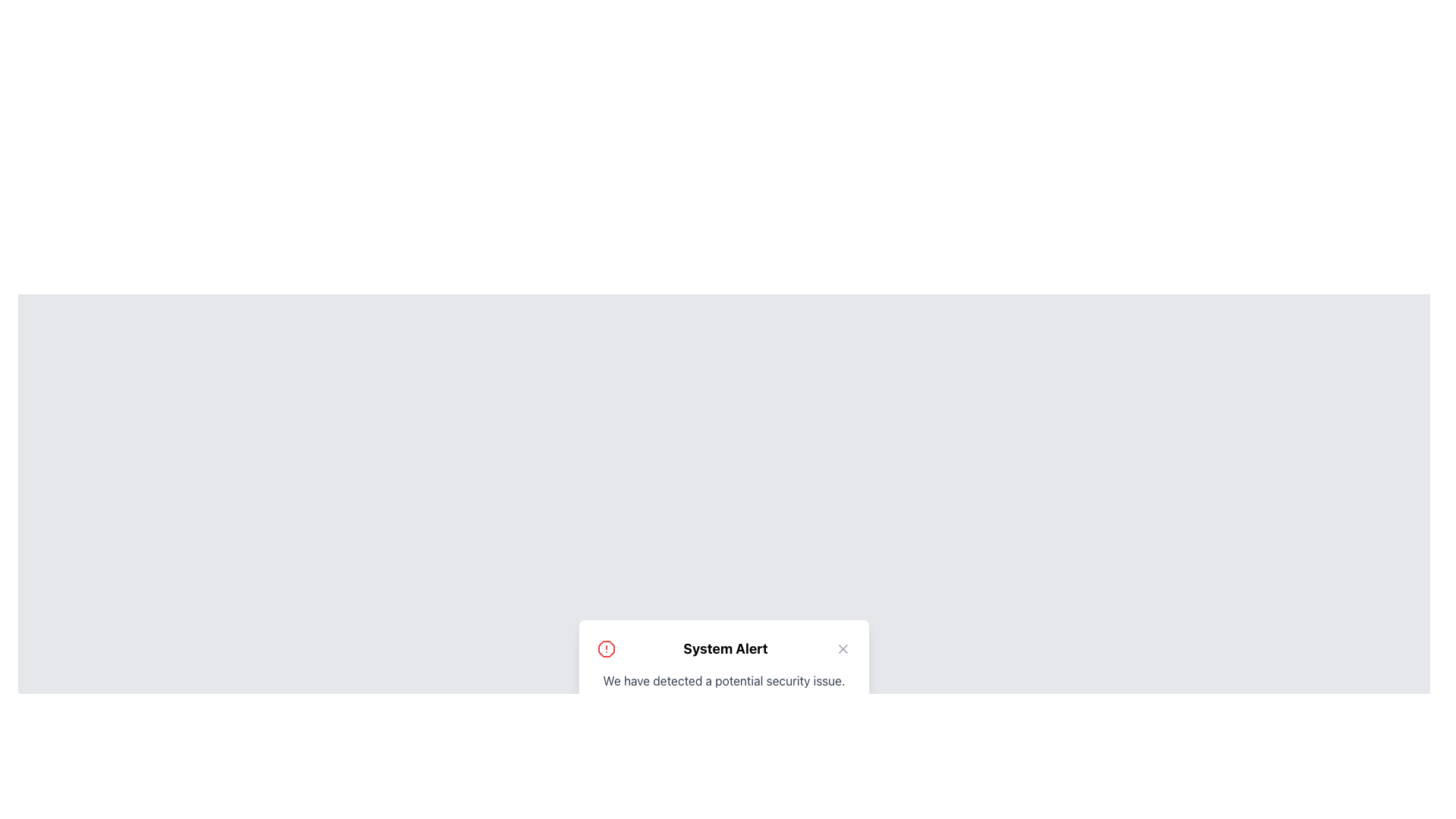 Image resolution: width=1456 pixels, height=819 pixels. Describe the element at coordinates (843, 648) in the screenshot. I see `the close button represented as an 'X' in the alert banner` at that location.